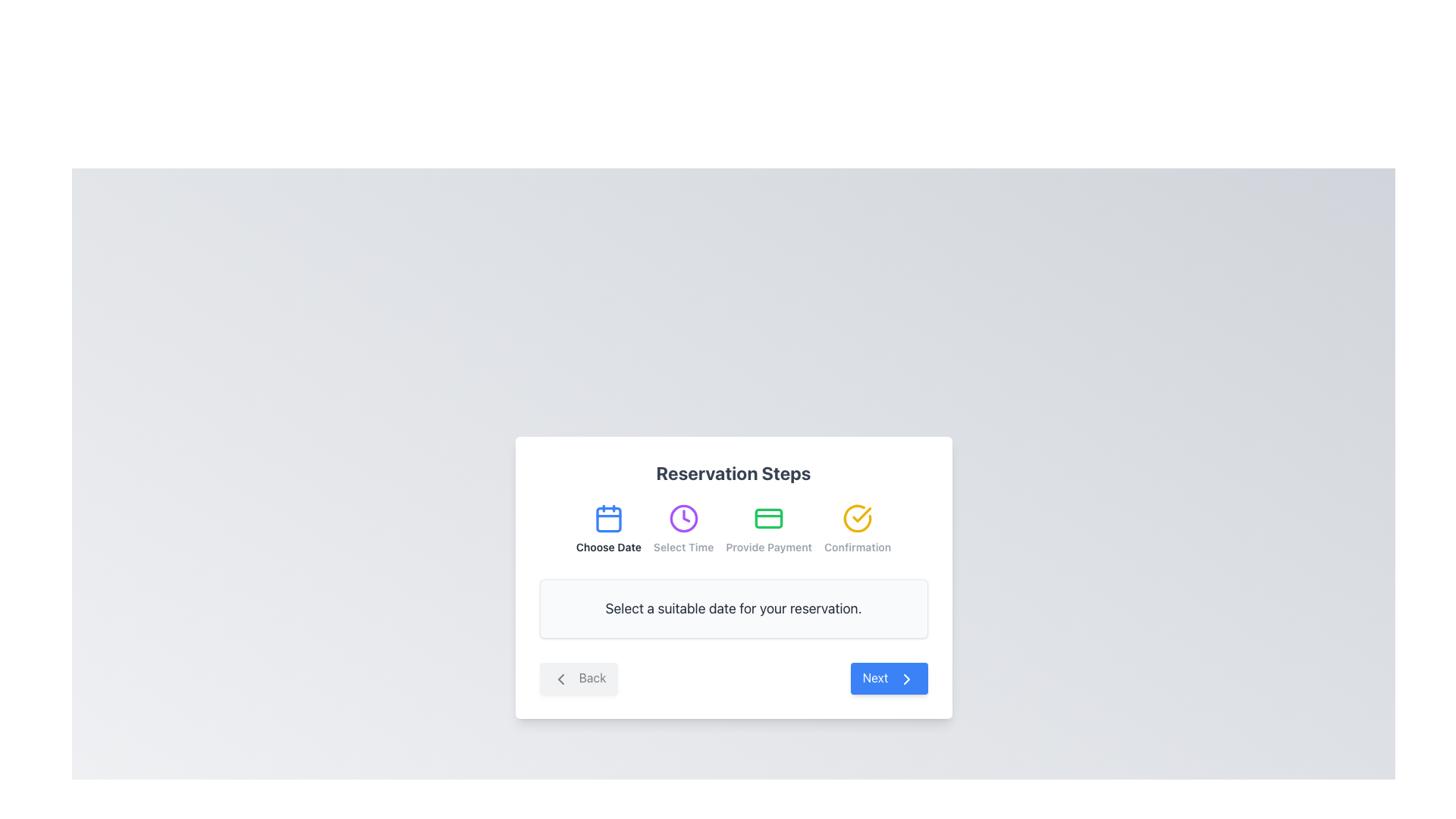 This screenshot has height=819, width=1456. Describe the element at coordinates (608, 519) in the screenshot. I see `the graphical rectangle component that is part of the 'Choose Date' calendar icon located in the upper section of the interface` at that location.